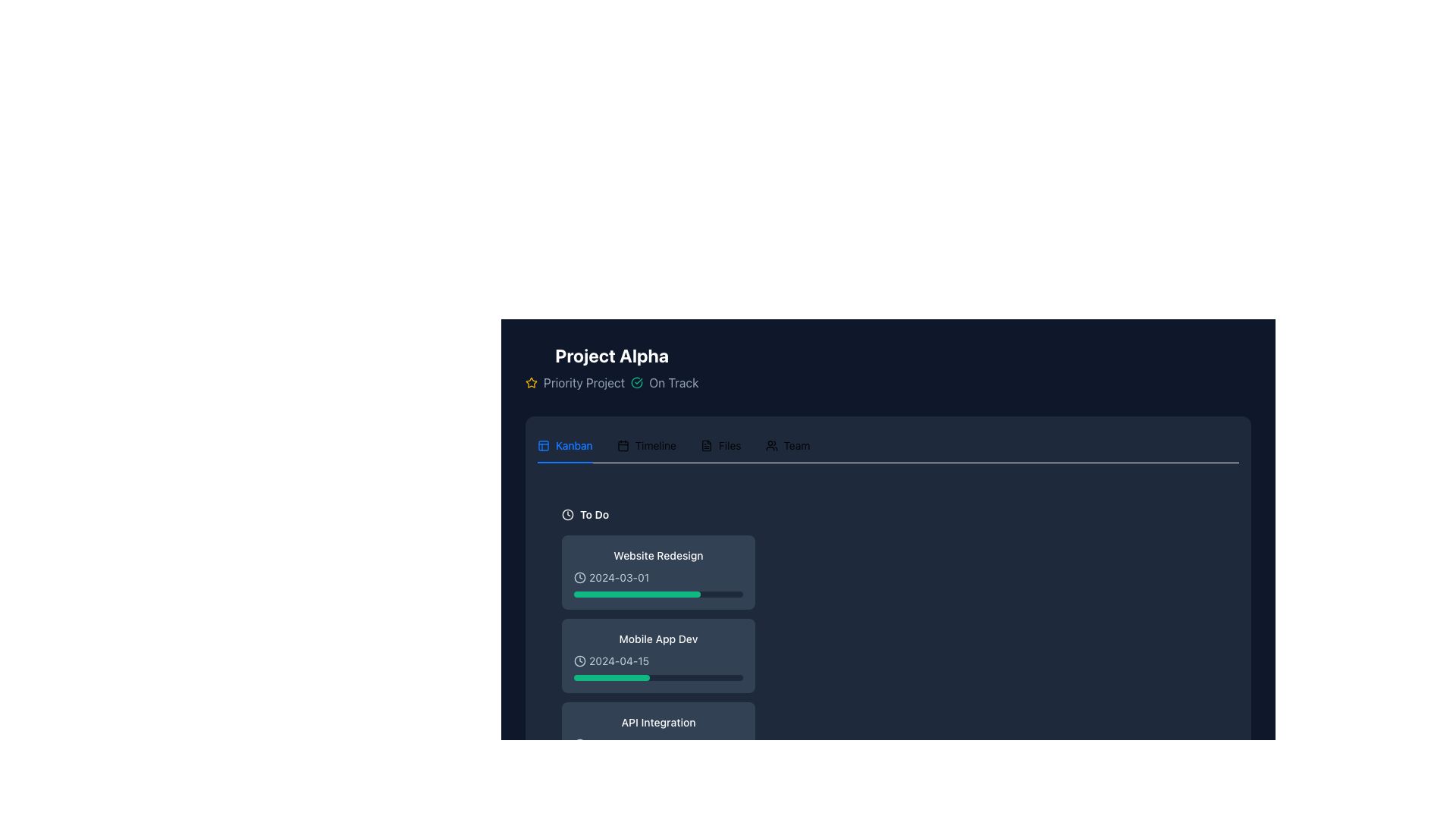 The width and height of the screenshot is (1456, 819). Describe the element at coordinates (620, 744) in the screenshot. I see `the static text label that displays the date for the 'API Integration' task located under the 'API Integration' card in the 'To Do' section of the 'Kanban' view, aligned to the right of a clock icon` at that location.